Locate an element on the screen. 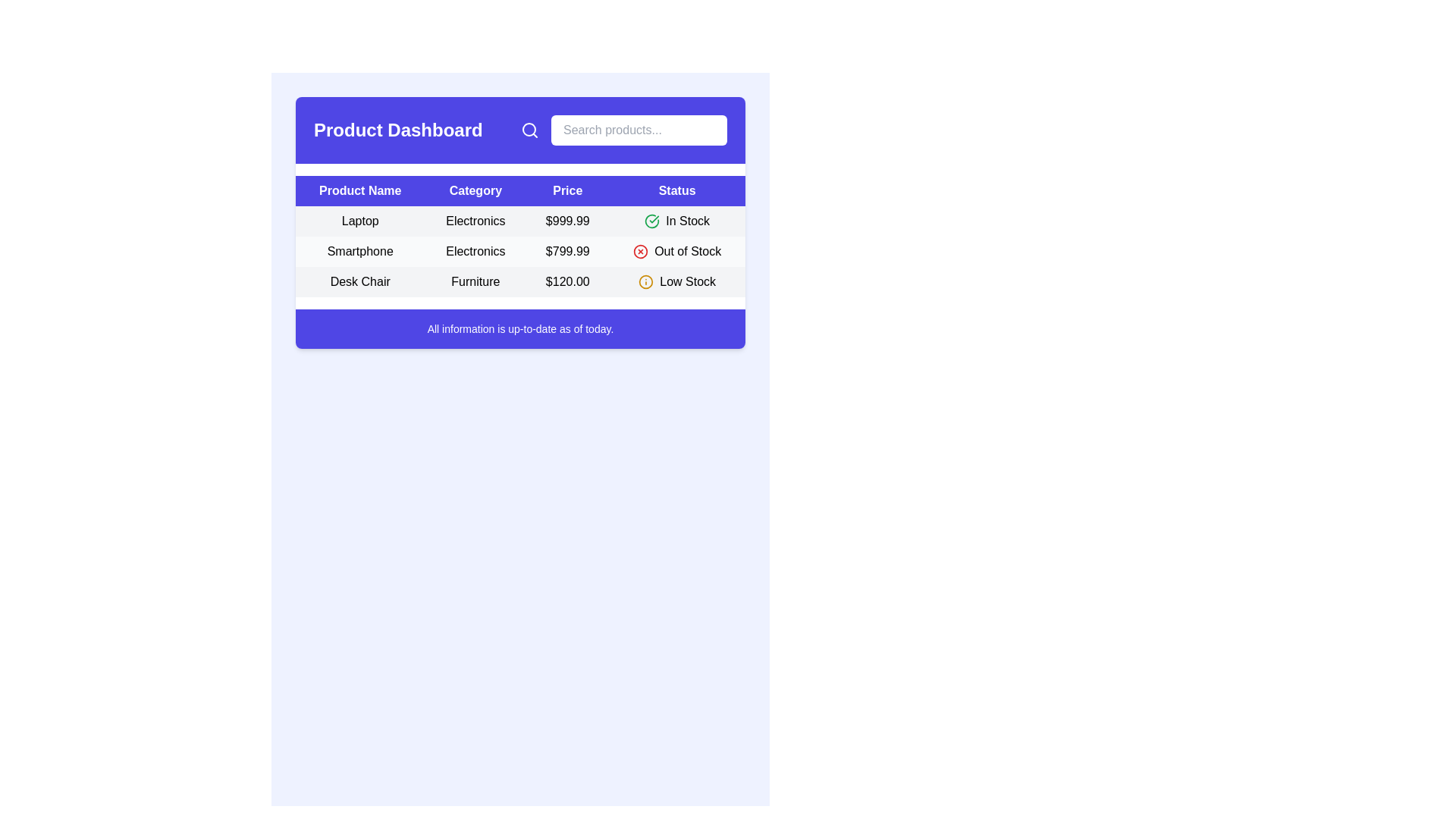 The image size is (1456, 819). the second row of the table that lists the product 'Smartphone', which includes details such as category, price, and stock status is located at coordinates (520, 250).